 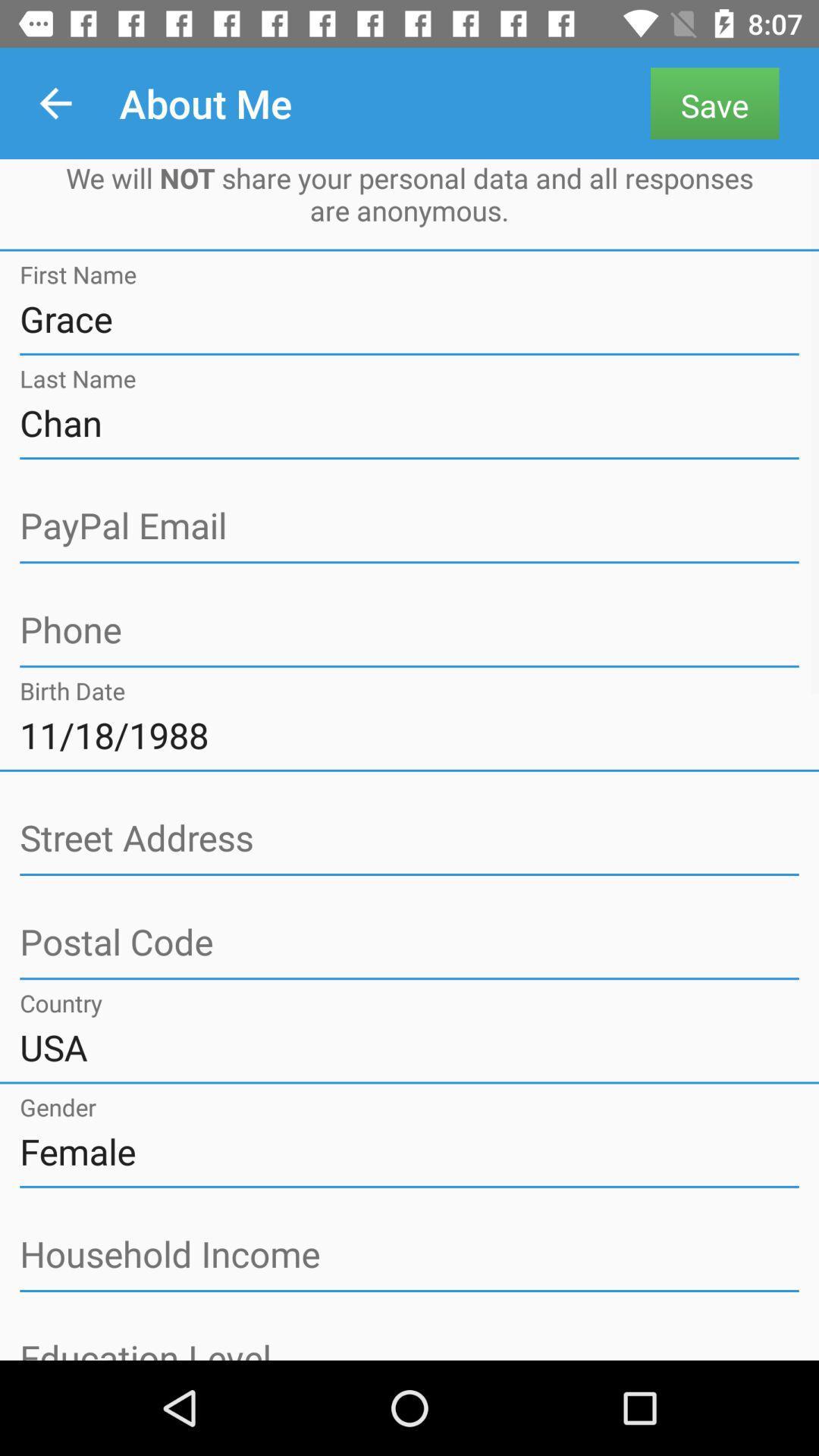 I want to click on information area, so click(x=409, y=1348).